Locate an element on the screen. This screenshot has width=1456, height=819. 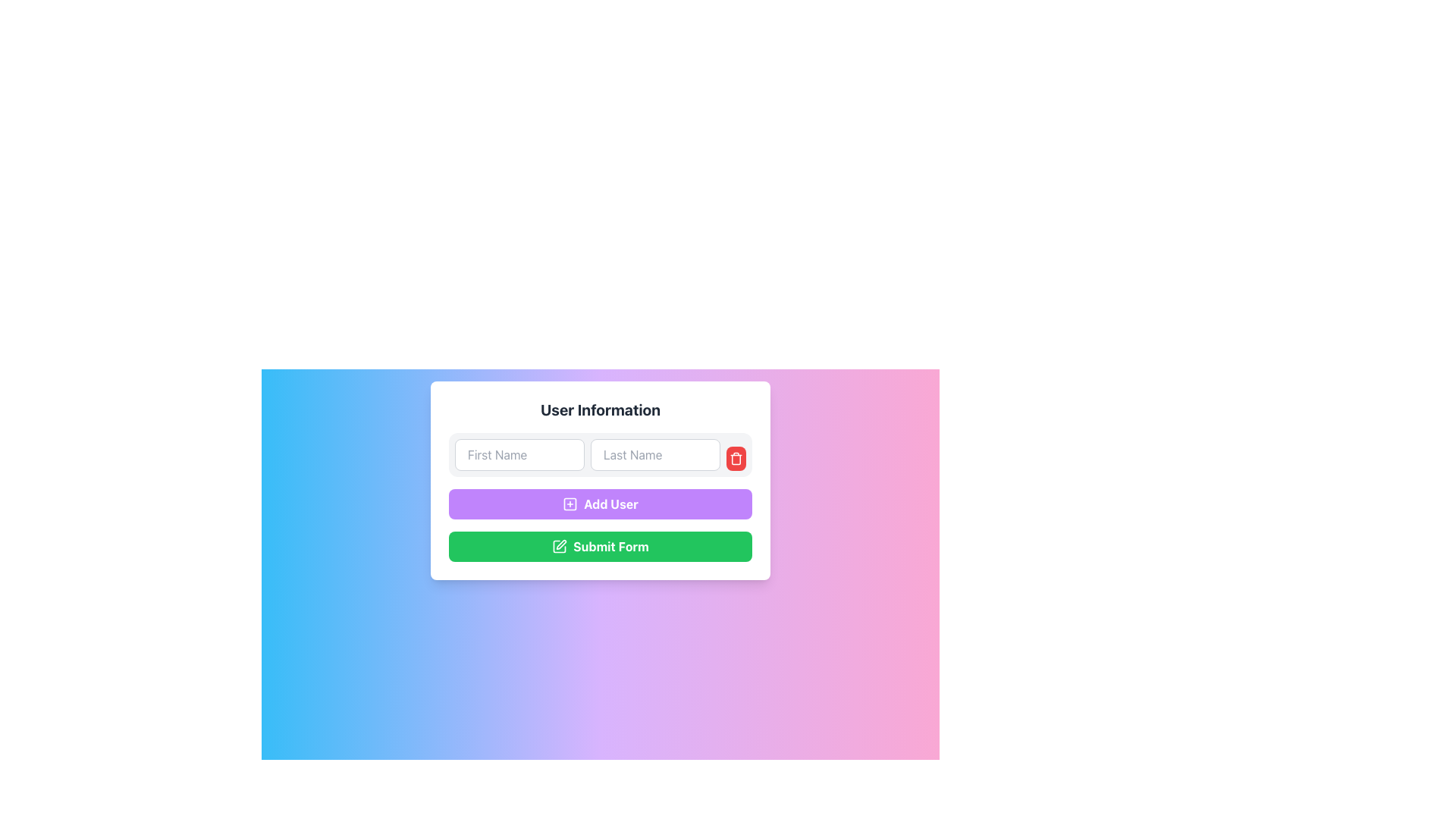
the first text input field for entering the user's first name in the form to focus on it is located at coordinates (519, 454).